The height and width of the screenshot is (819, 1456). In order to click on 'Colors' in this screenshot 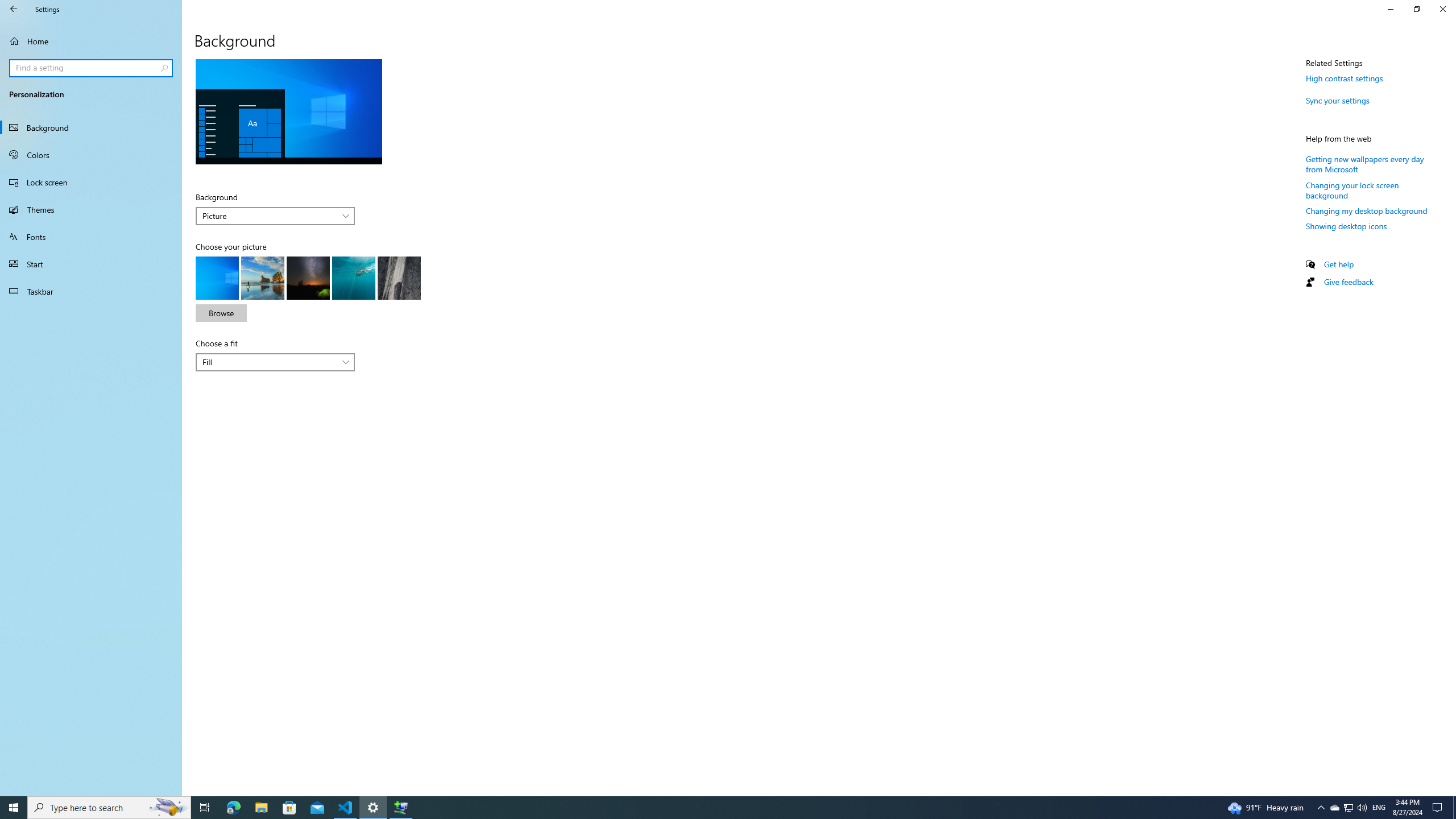, I will do `click(90, 154)`.